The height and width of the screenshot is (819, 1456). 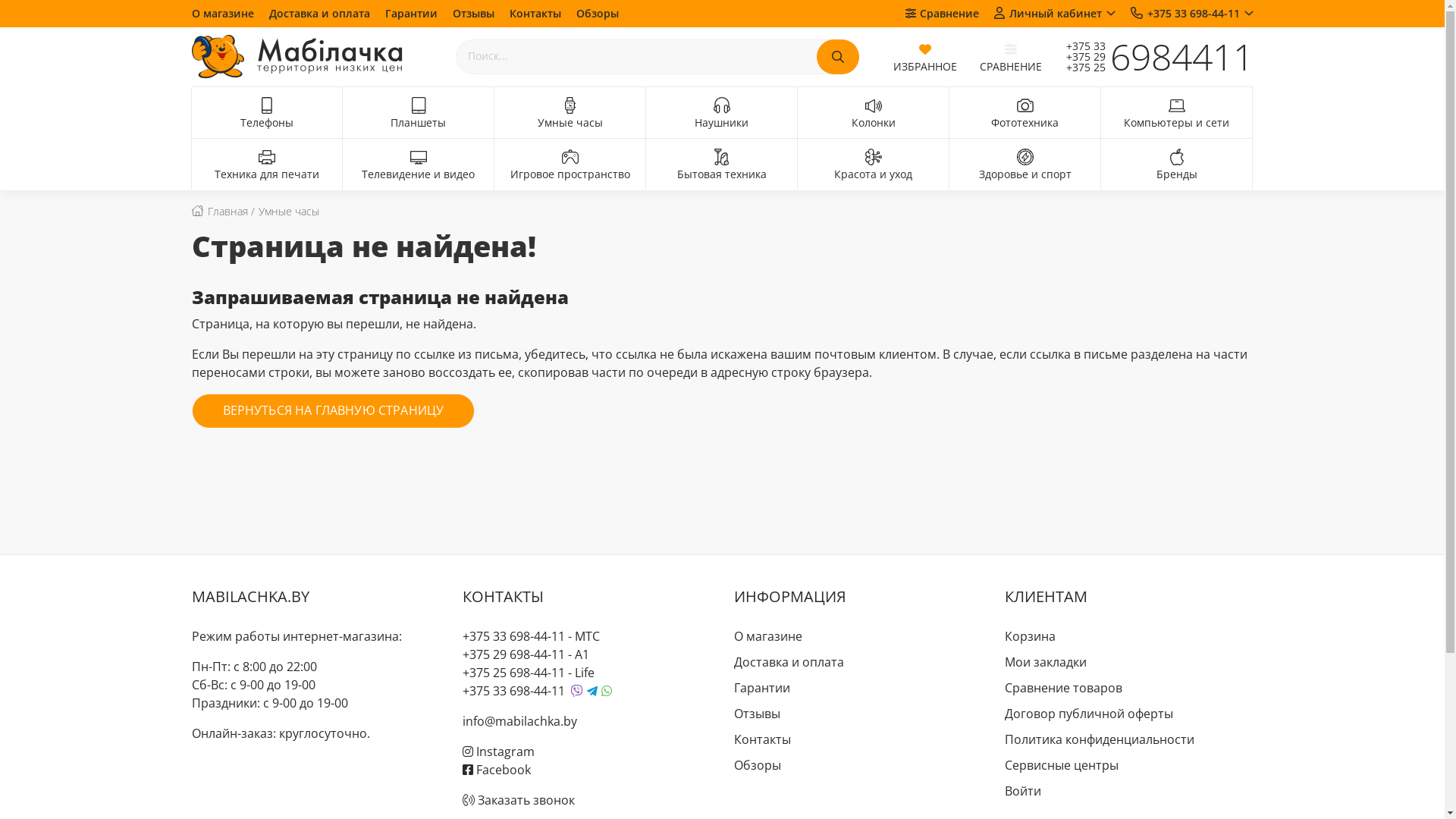 I want to click on '+375 33', so click(x=1051, y=45).